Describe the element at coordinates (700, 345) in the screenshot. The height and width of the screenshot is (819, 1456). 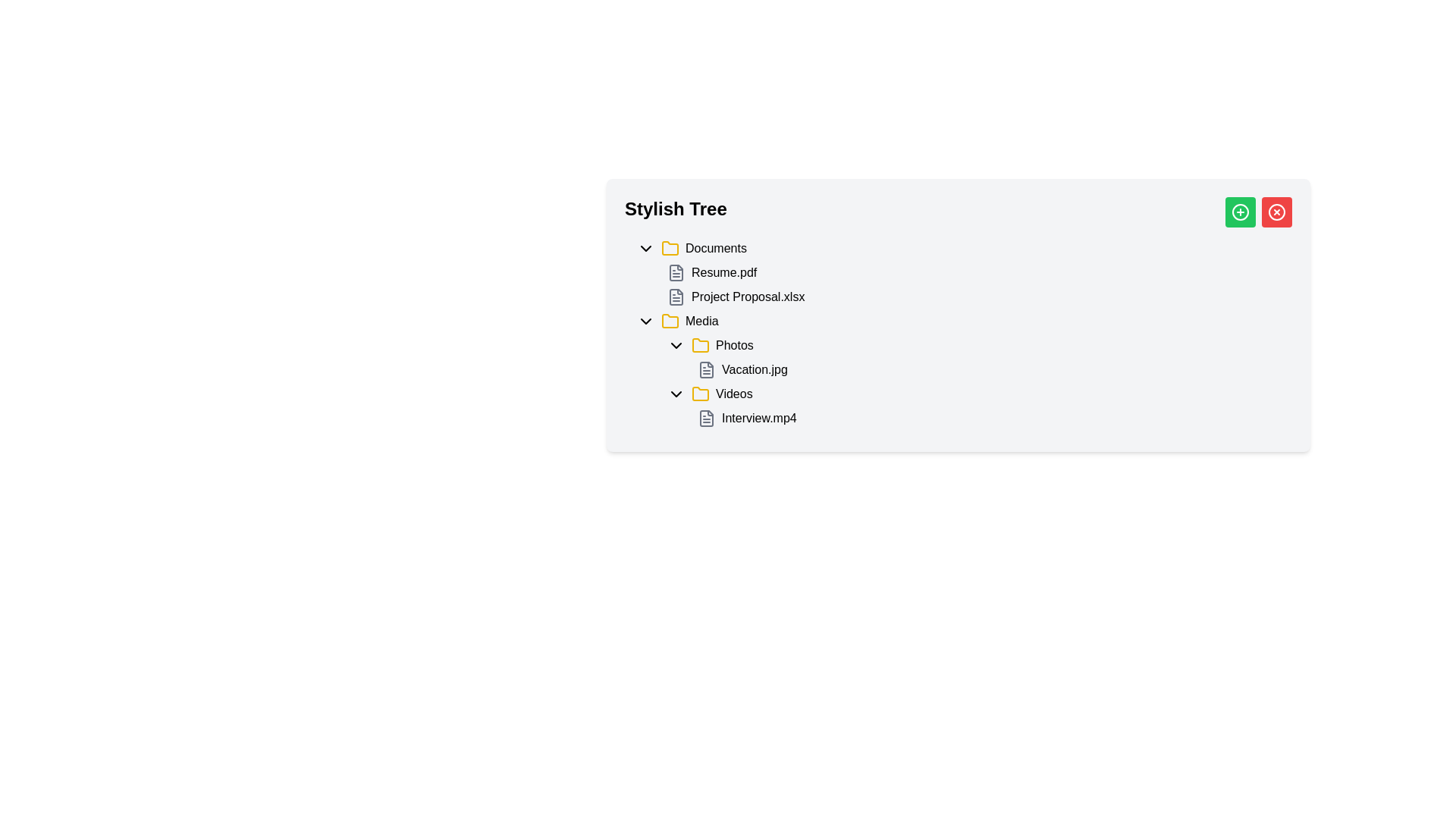
I see `the yellow folder icon representing the 'Photos' folder in the tree view under the 'Media' directory` at that location.